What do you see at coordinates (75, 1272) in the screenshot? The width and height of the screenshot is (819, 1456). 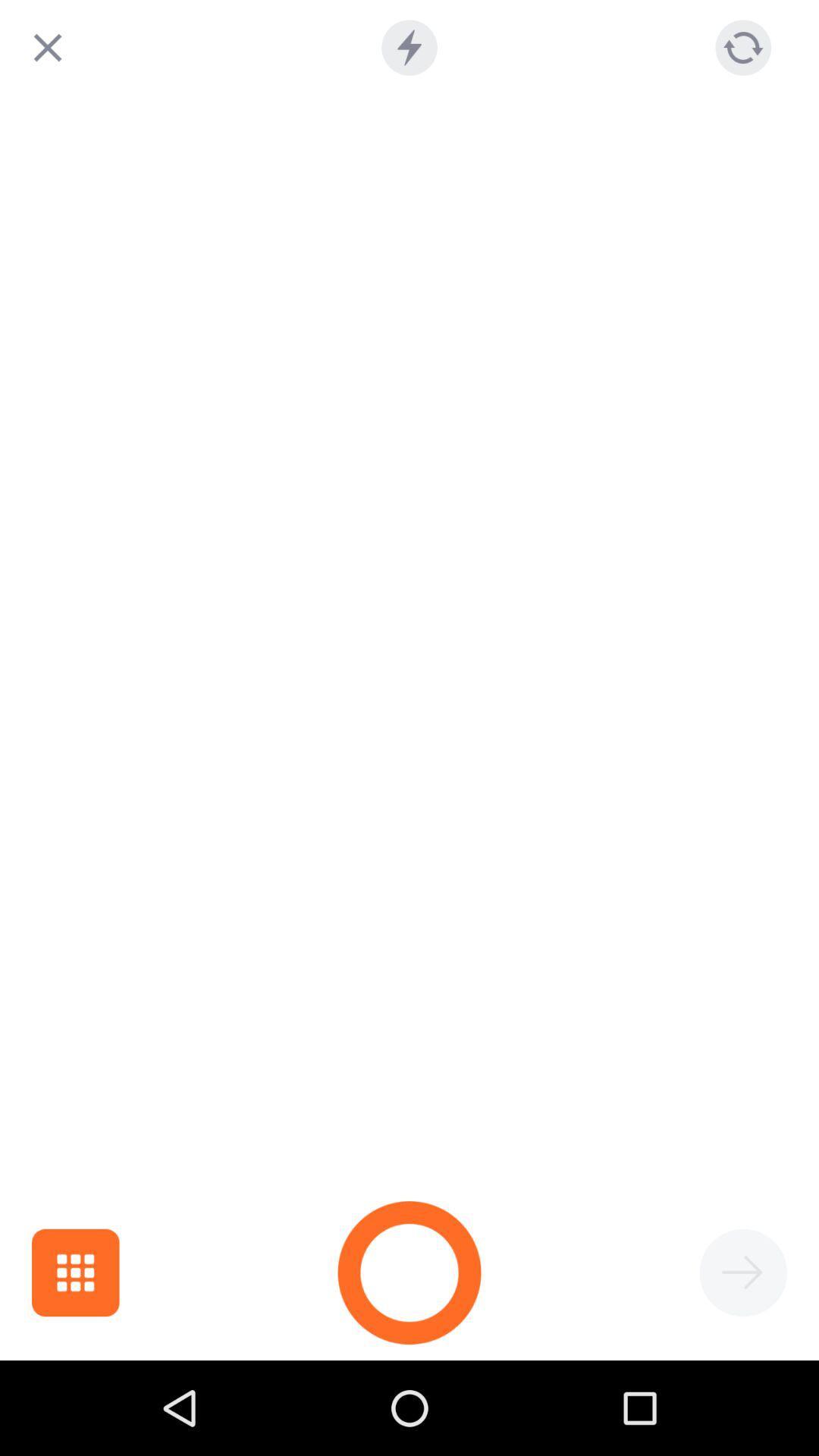 I see `open options` at bounding box center [75, 1272].